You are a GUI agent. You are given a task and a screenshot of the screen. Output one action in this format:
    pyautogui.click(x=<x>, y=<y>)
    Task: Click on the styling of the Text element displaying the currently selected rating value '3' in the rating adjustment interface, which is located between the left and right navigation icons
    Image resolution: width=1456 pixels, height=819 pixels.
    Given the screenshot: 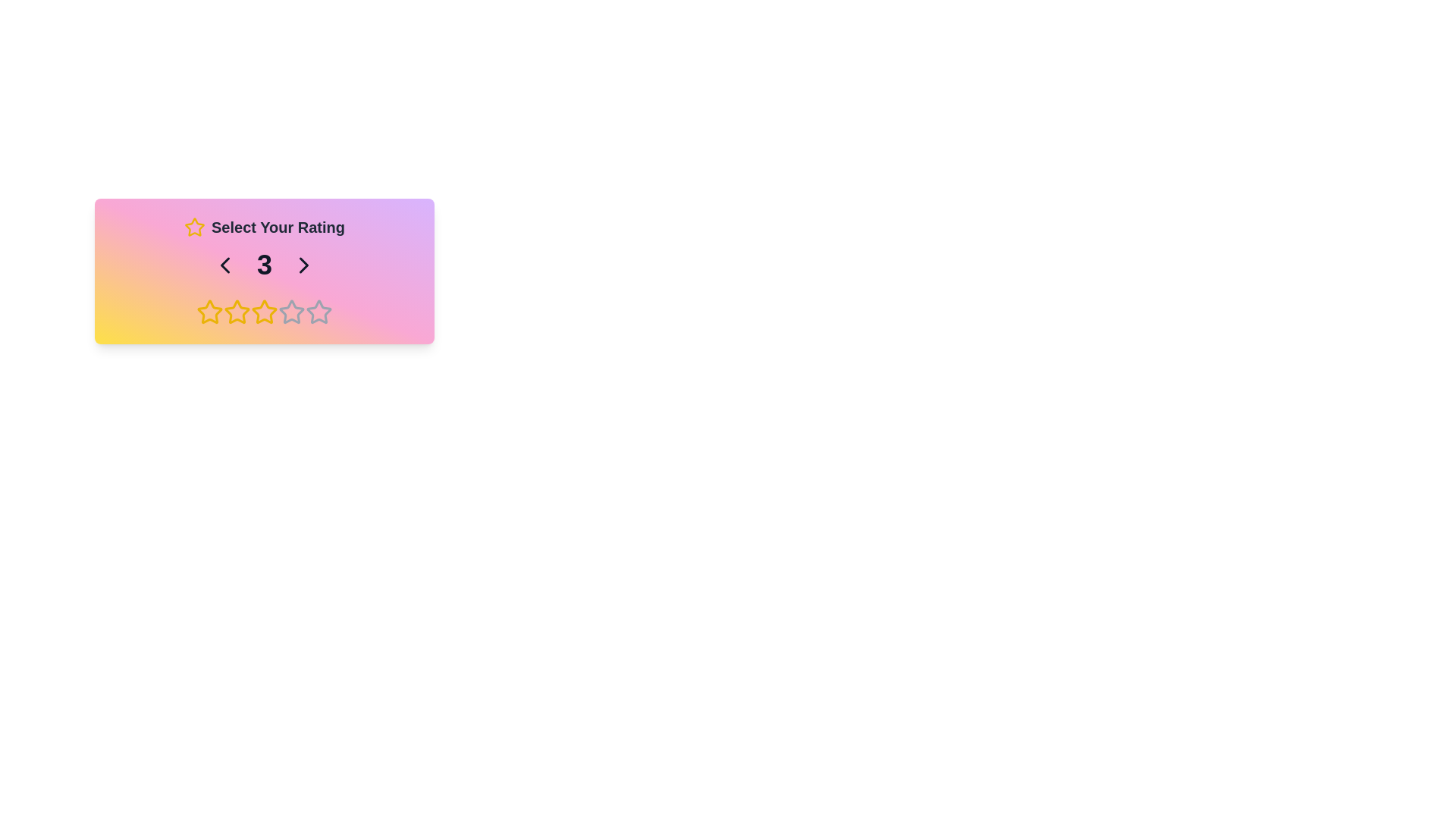 What is the action you would take?
    pyautogui.click(x=265, y=265)
    